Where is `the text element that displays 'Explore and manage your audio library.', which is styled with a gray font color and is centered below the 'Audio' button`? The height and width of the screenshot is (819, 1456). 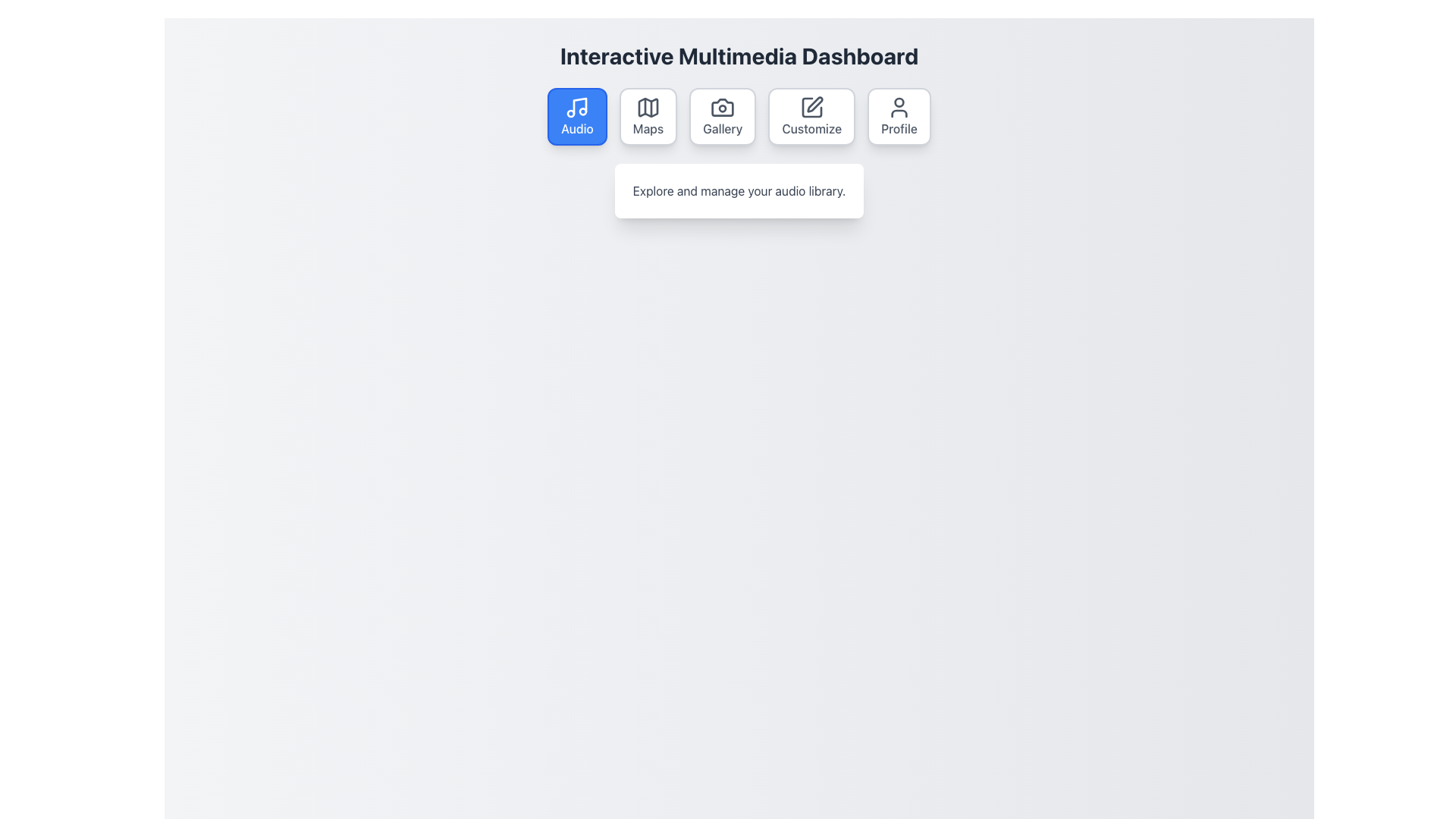 the text element that displays 'Explore and manage your audio library.', which is styled with a gray font color and is centered below the 'Audio' button is located at coordinates (739, 190).